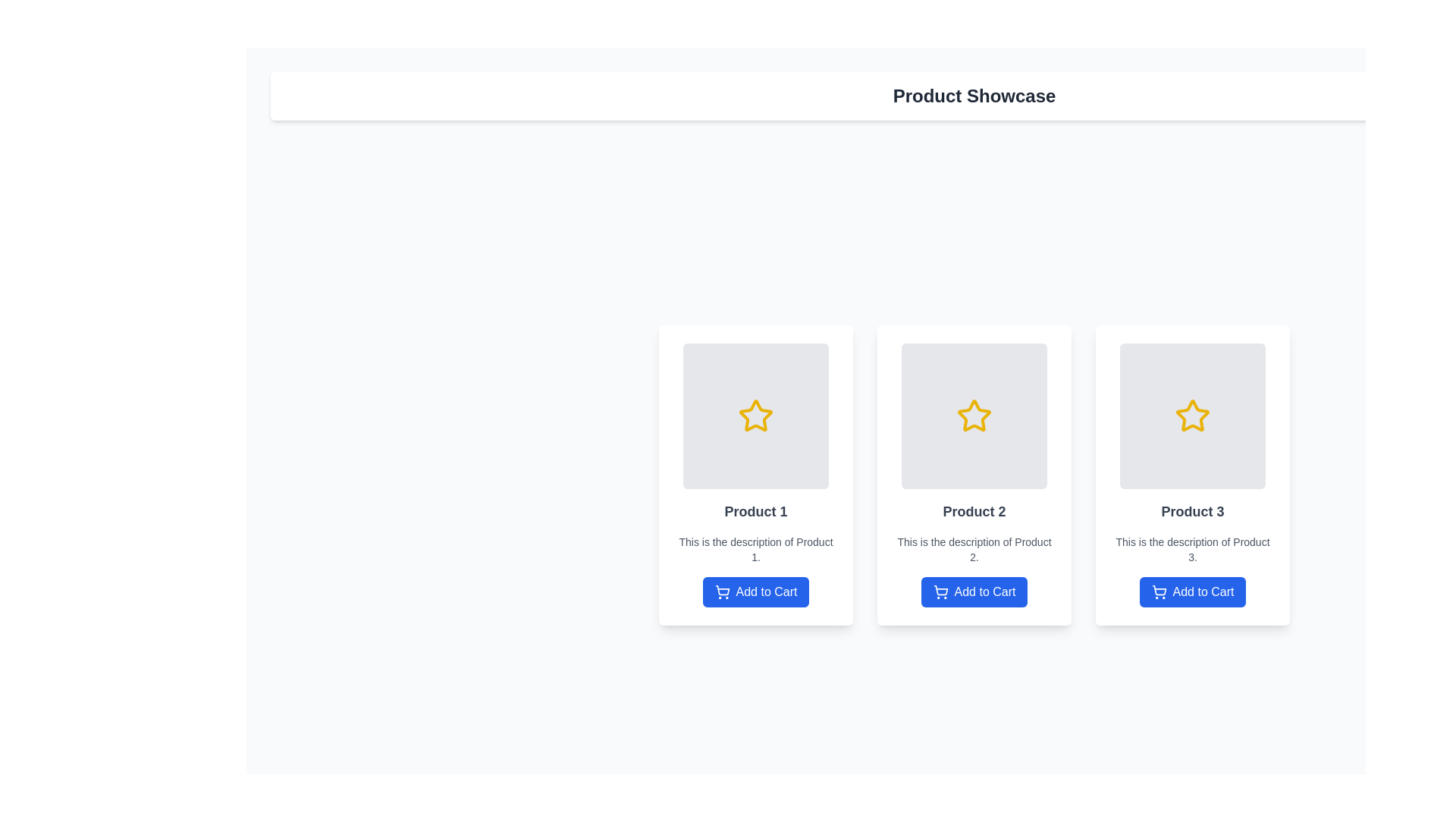  I want to click on the shopping cart icon within the blue 'Add to Cart' button for Product 3, so click(1158, 591).